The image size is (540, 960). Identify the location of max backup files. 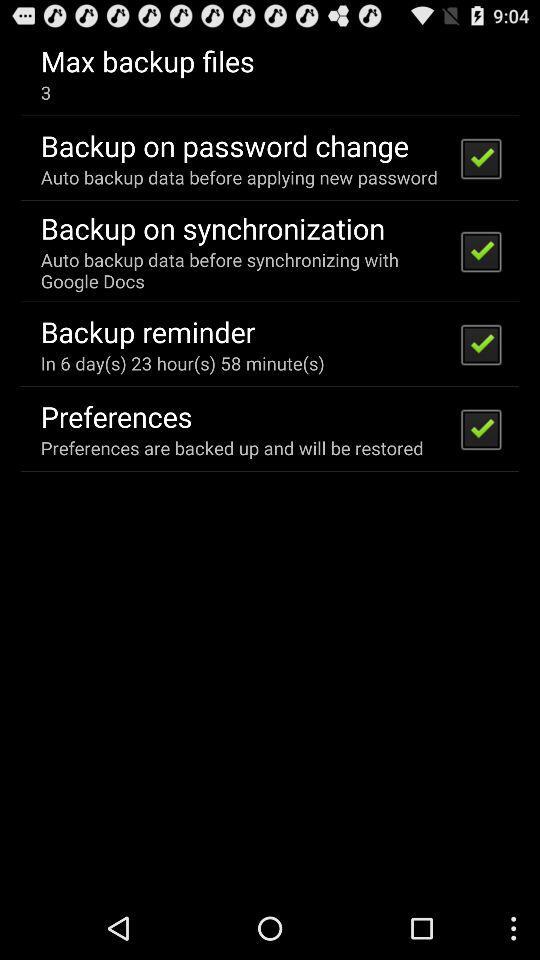
(146, 59).